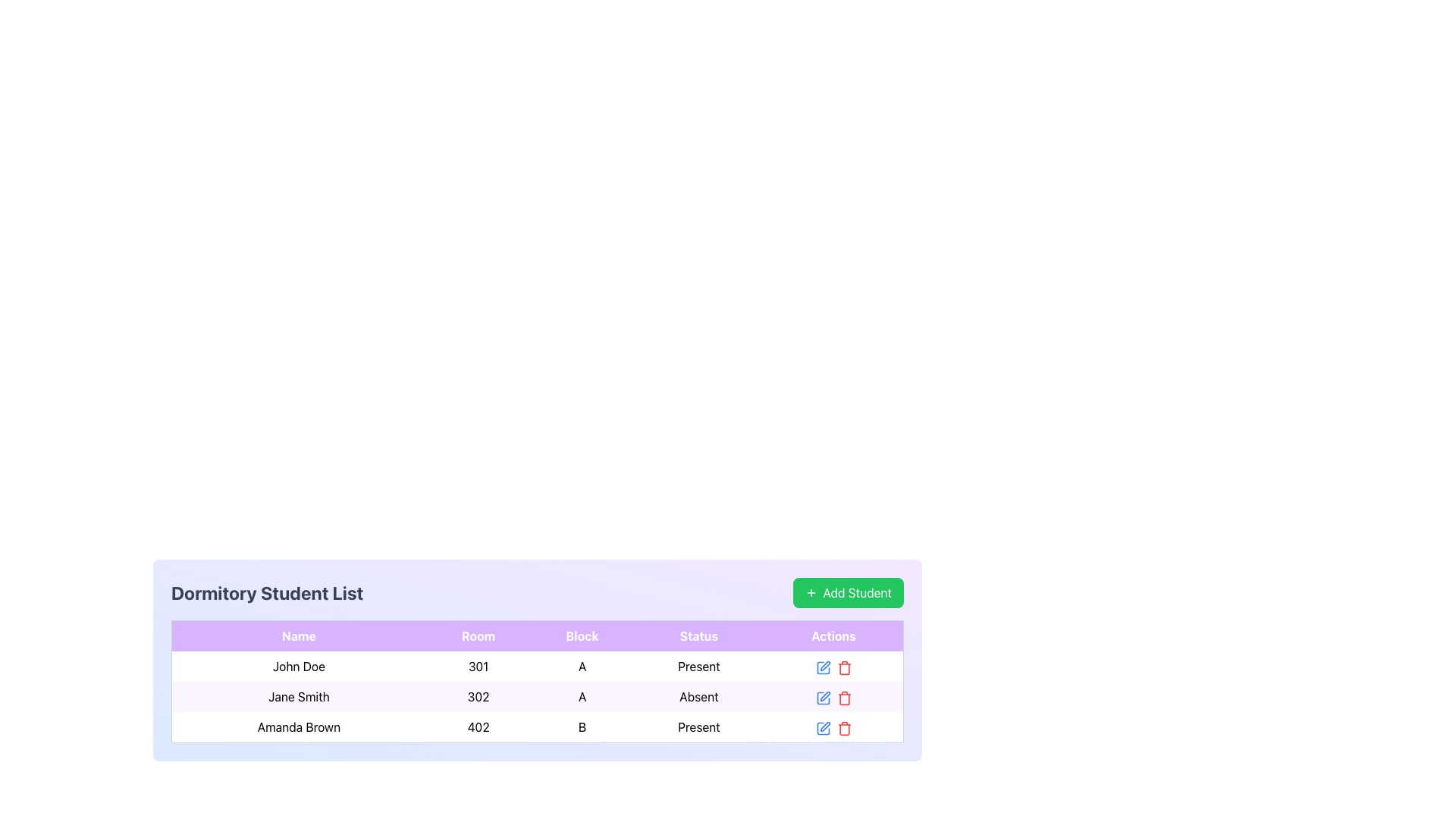 The width and height of the screenshot is (1456, 819). Describe the element at coordinates (847, 592) in the screenshot. I see `the 'Add Student' button located in the header section of the 'Dormitory Student List'` at that location.